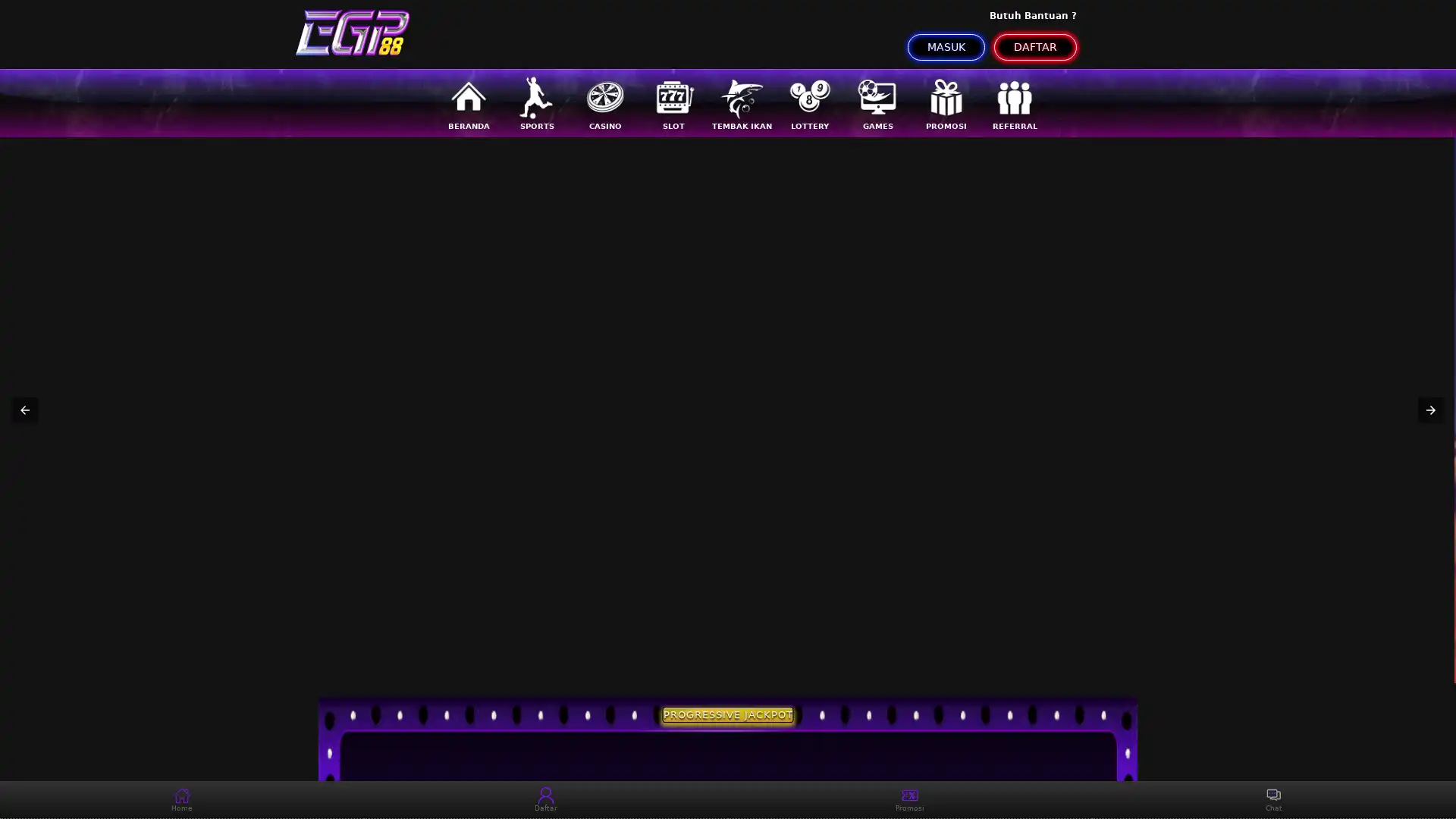 The height and width of the screenshot is (819, 1456). I want to click on Next item in carousel (2 of 4), so click(1429, 409).